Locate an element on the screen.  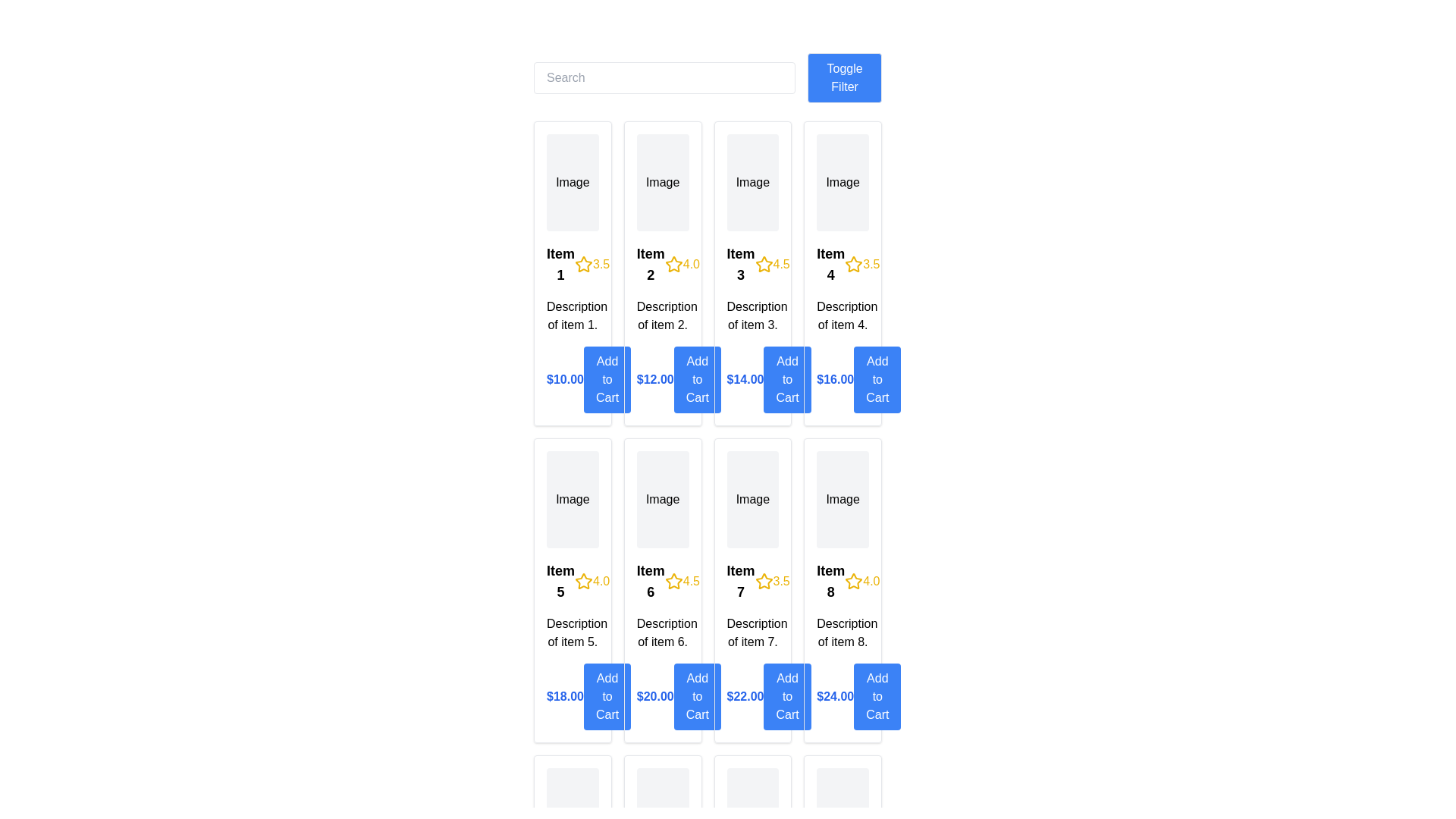
the star icon representing the rating of 'Item 7' located to the left of the text '3.5' in the second row, third column of the item card is located at coordinates (764, 581).